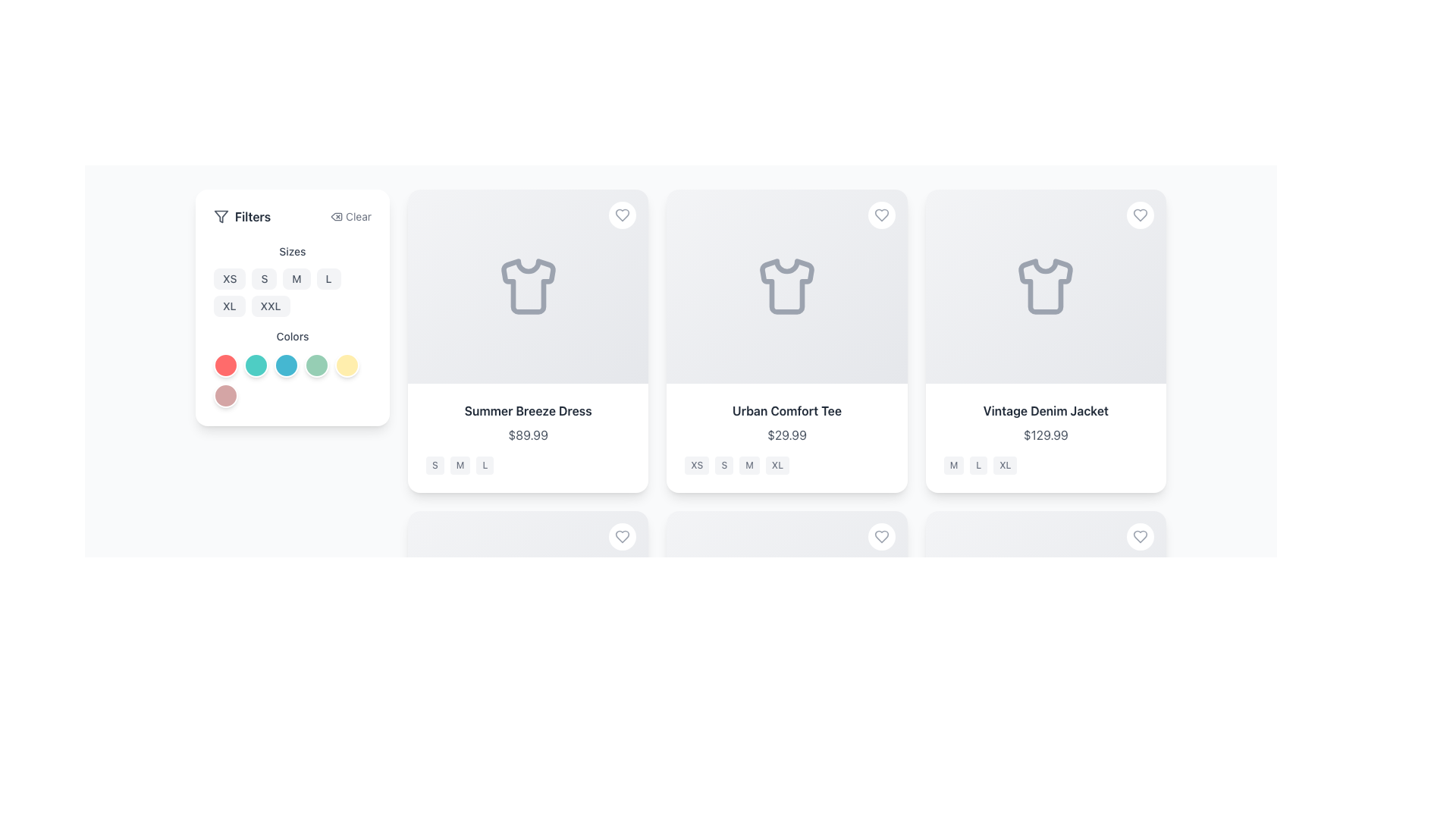 This screenshot has height=819, width=1456. Describe the element at coordinates (221, 216) in the screenshot. I see `the small filter icon resembling an upside-down triangle with a line extending below it, located to the left of the text 'Filters' in the filter panel` at that location.